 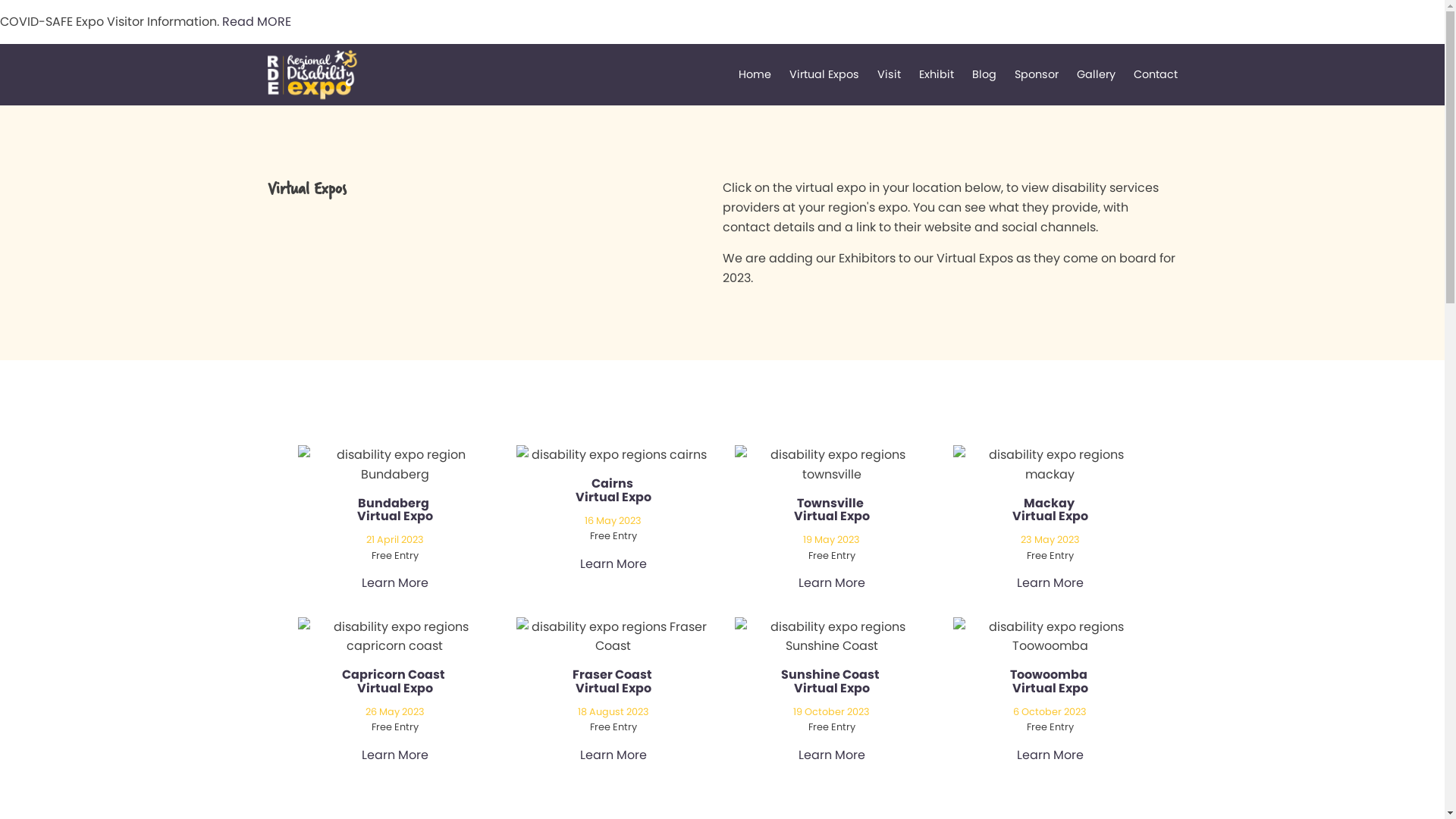 What do you see at coordinates (739, 74) in the screenshot?
I see `'Home'` at bounding box center [739, 74].